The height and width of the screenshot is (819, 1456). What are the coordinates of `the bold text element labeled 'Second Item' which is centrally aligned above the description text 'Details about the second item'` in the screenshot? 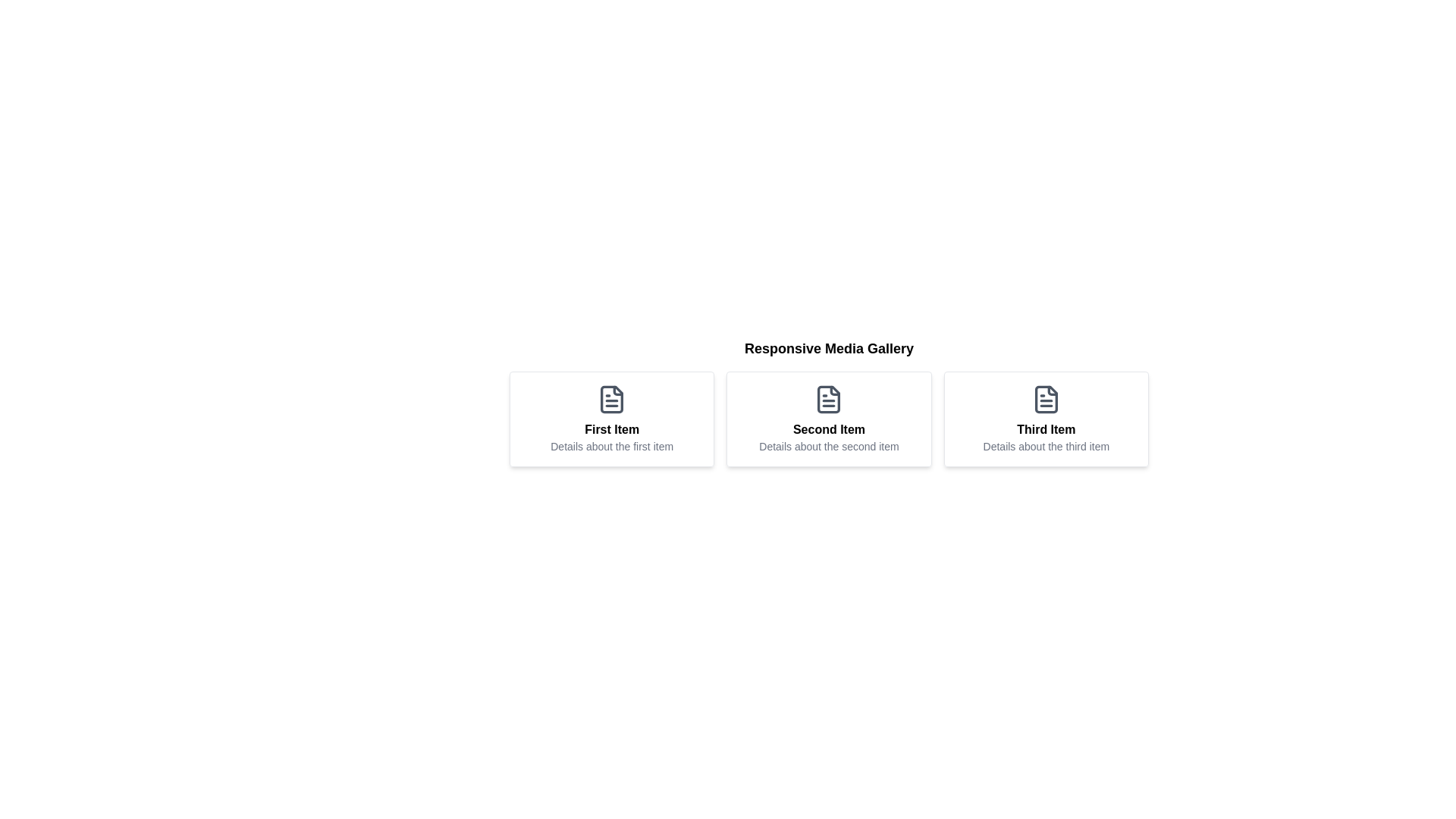 It's located at (828, 430).